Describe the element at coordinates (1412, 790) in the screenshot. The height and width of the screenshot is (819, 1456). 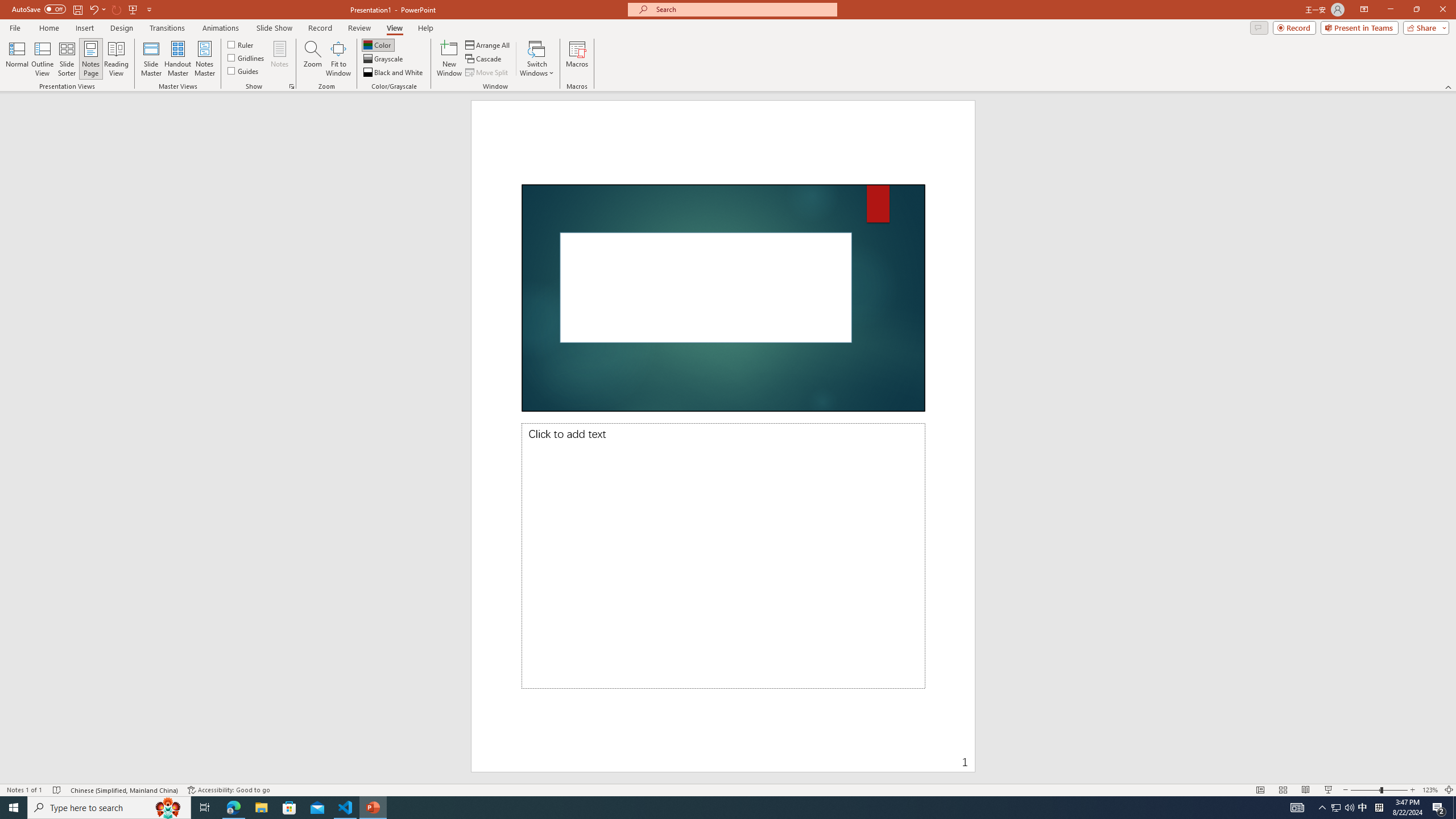
I see `'Zoom In'` at that location.